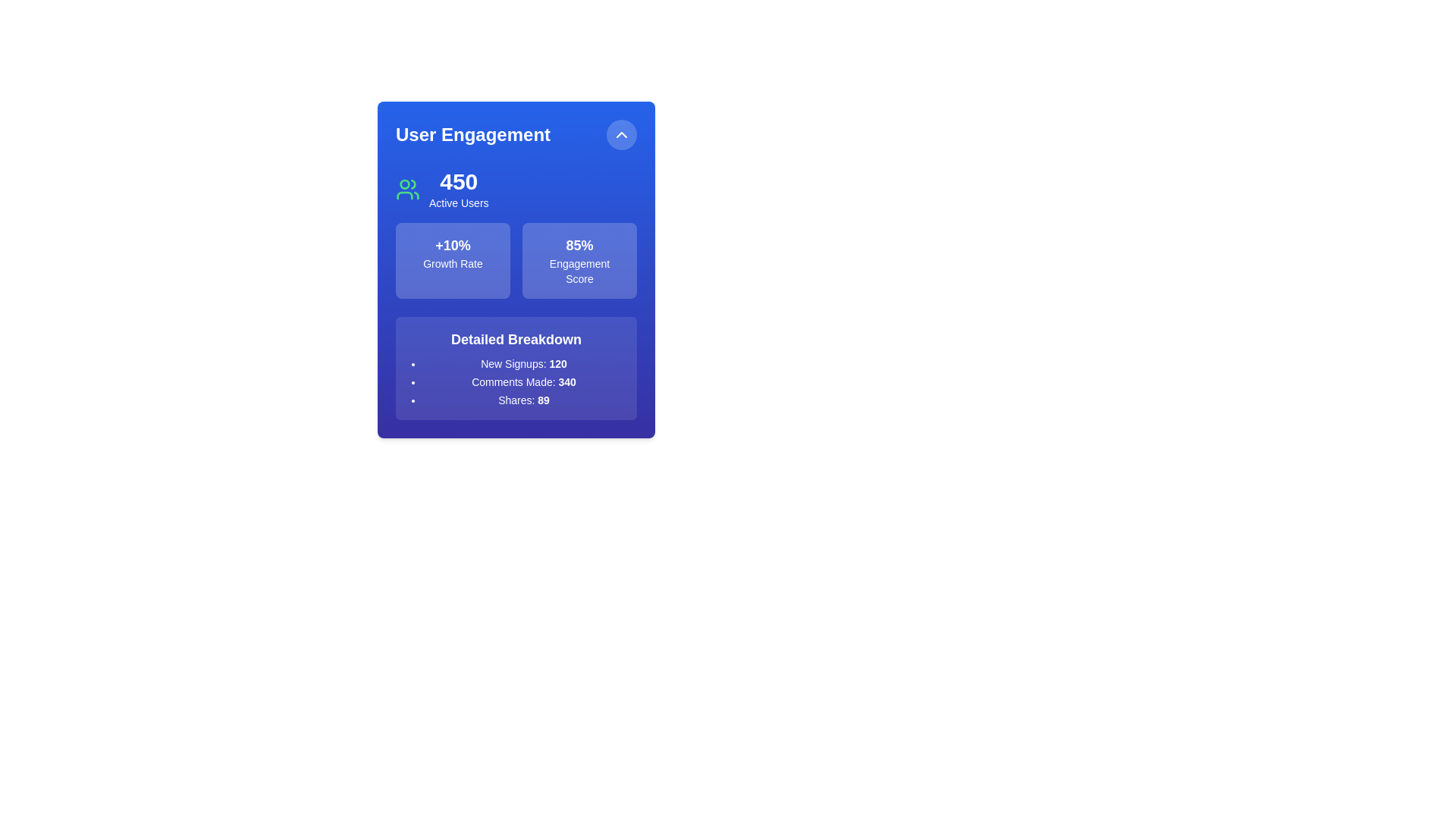 The height and width of the screenshot is (819, 1456). Describe the element at coordinates (524, 400) in the screenshot. I see `displayed information from the Static text label showing 'Shares: 89', which is the third item in the bullet-point list under the 'Detailed Breakdown' section` at that location.